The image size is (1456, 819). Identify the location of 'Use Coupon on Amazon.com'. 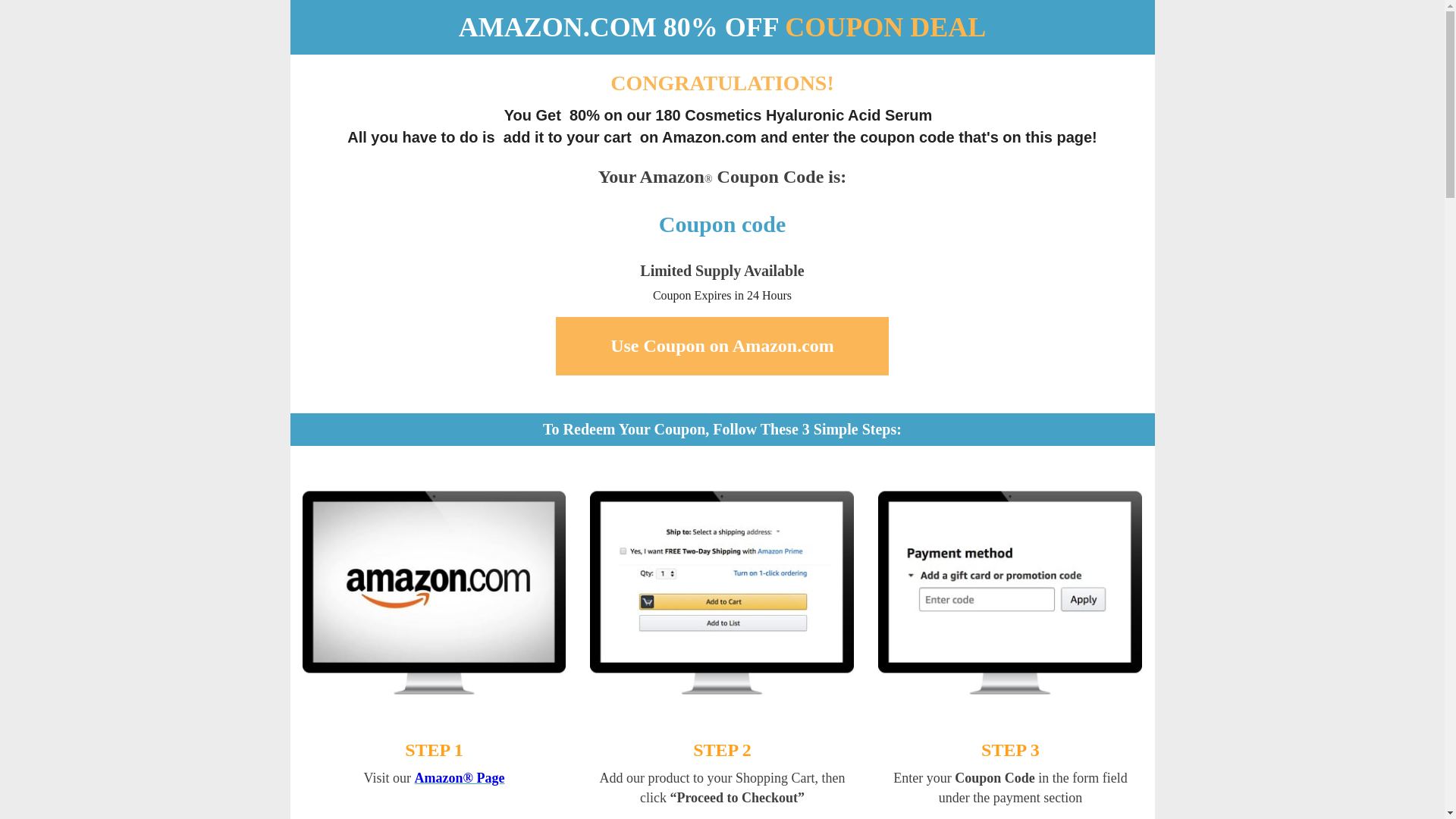
(721, 346).